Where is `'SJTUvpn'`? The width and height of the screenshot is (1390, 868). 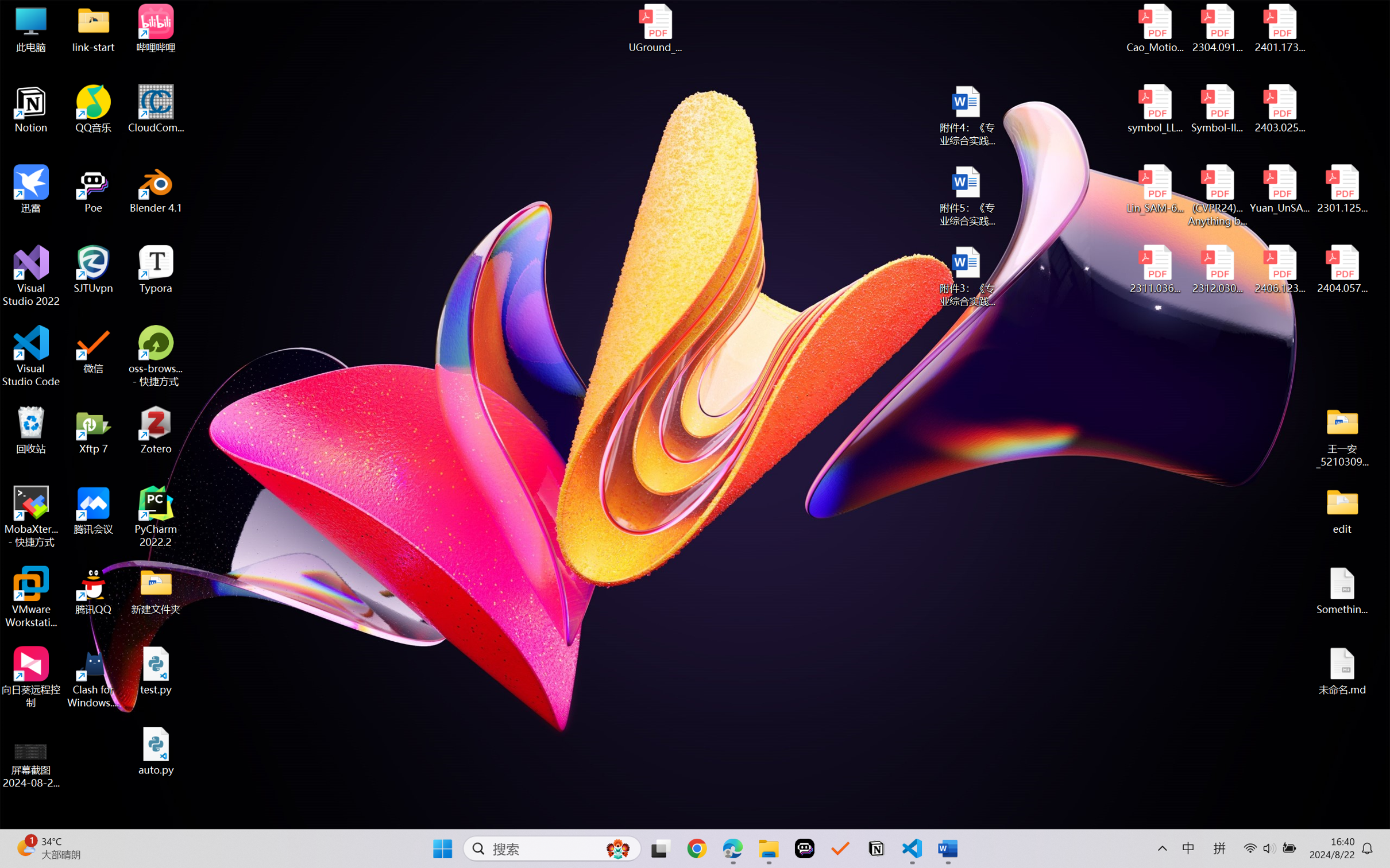 'SJTUvpn' is located at coordinates (94, 269).